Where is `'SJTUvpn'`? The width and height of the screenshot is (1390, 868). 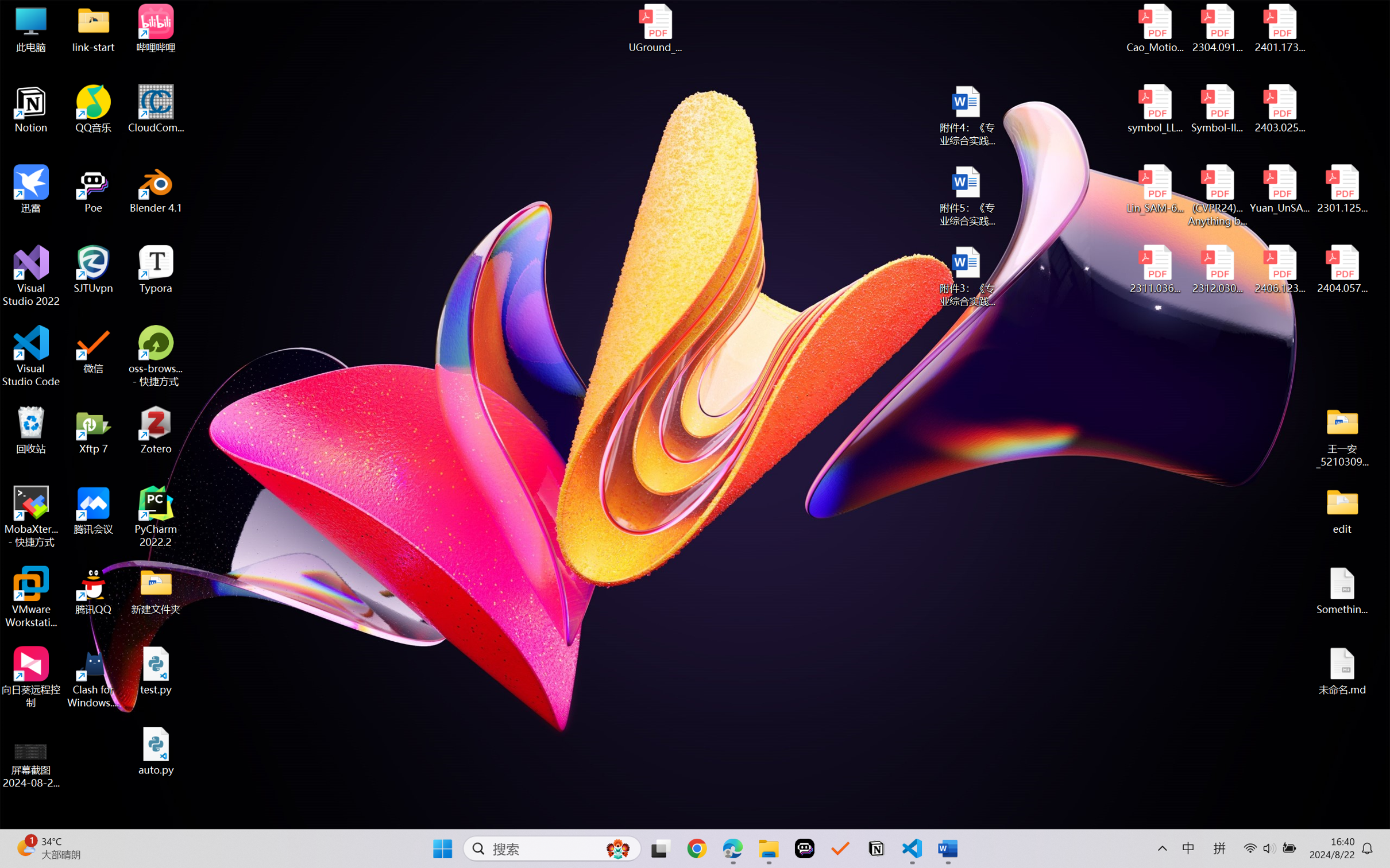 'SJTUvpn' is located at coordinates (94, 269).